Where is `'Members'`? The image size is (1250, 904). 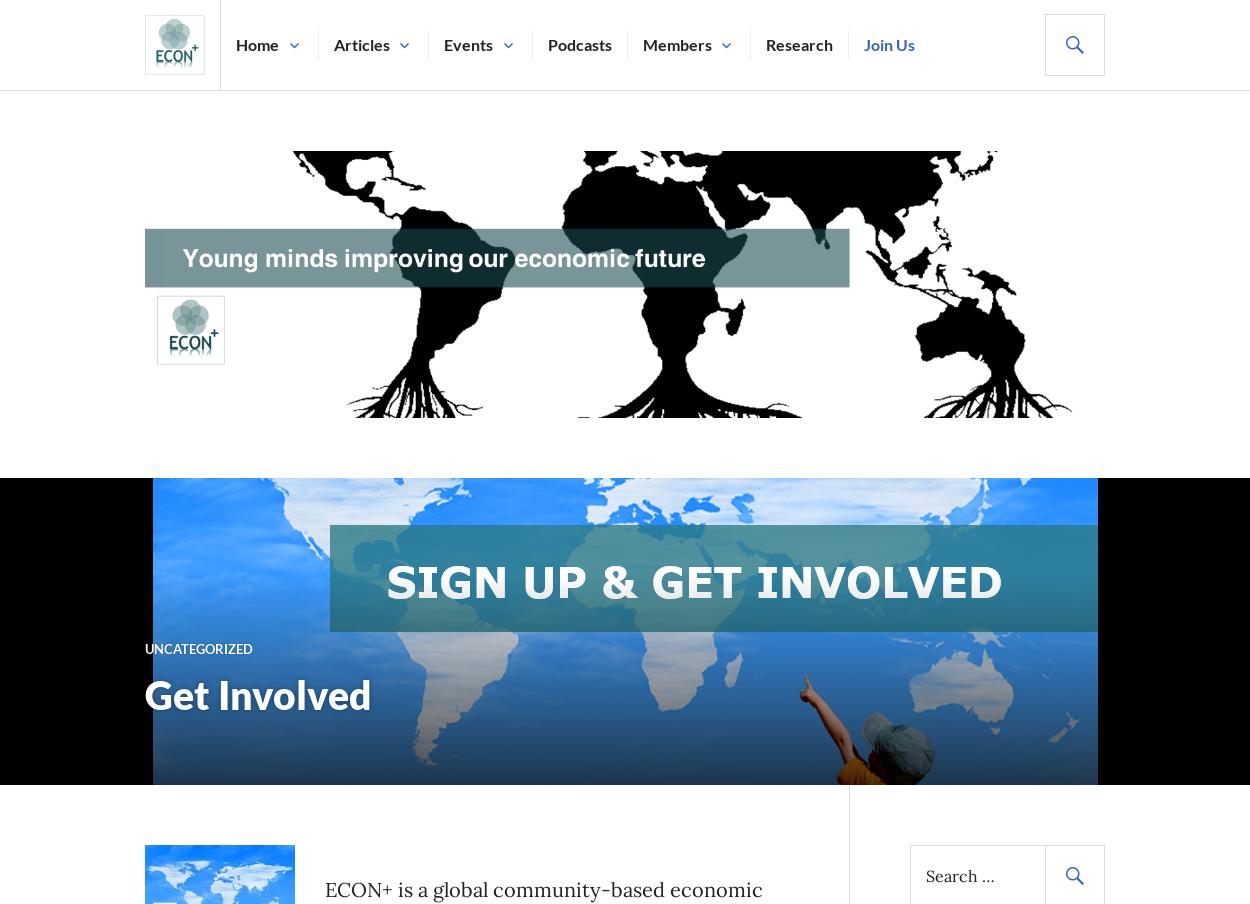
'Members' is located at coordinates (676, 43).